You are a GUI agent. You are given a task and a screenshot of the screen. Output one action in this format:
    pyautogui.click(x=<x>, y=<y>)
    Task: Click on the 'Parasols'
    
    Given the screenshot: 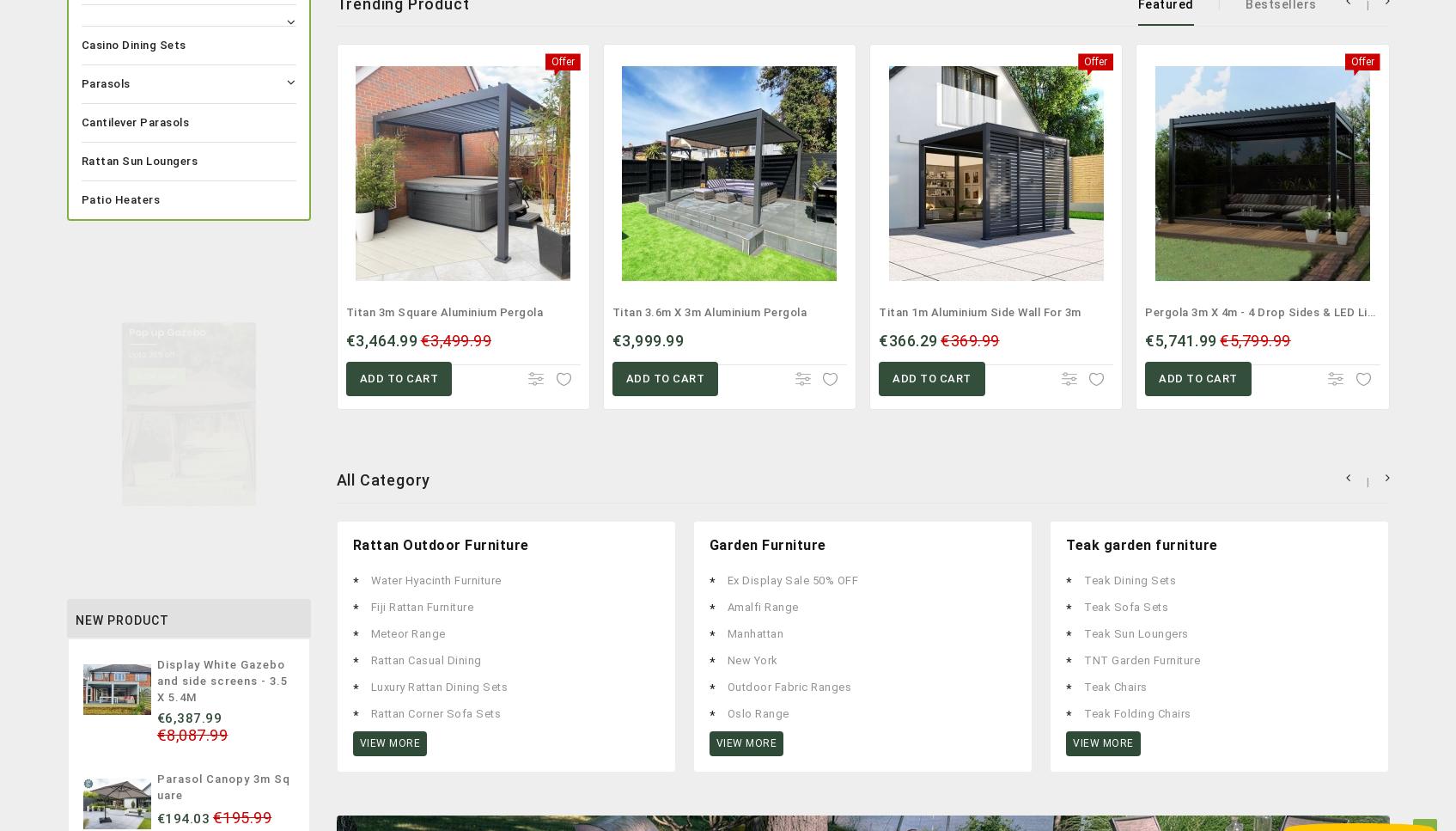 What is the action you would take?
    pyautogui.click(x=104, y=82)
    